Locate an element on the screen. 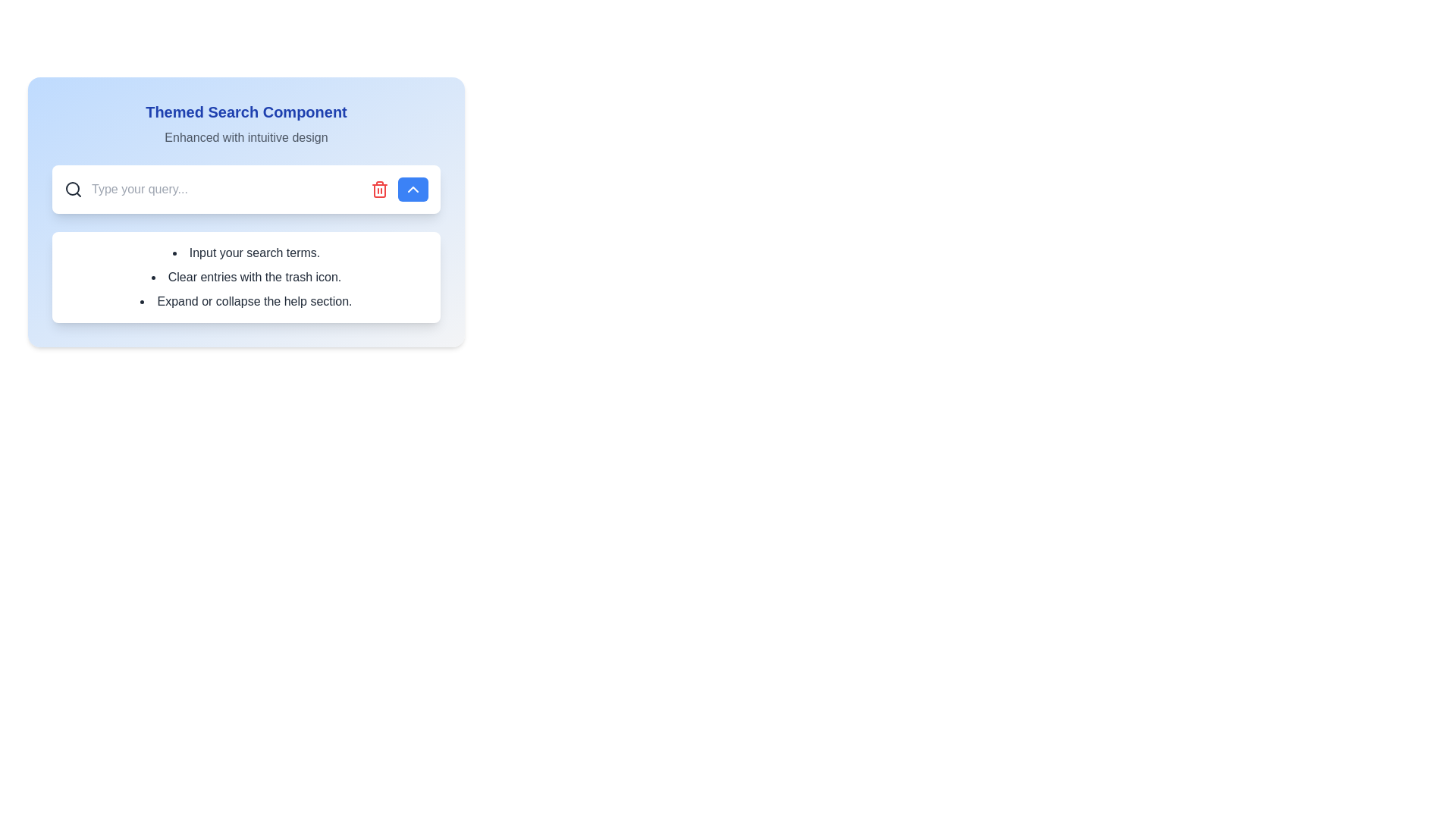  the main body of the trash bin icon located within the SVG structure of the search bar, which is positioned centrally among its siblings is located at coordinates (379, 190).